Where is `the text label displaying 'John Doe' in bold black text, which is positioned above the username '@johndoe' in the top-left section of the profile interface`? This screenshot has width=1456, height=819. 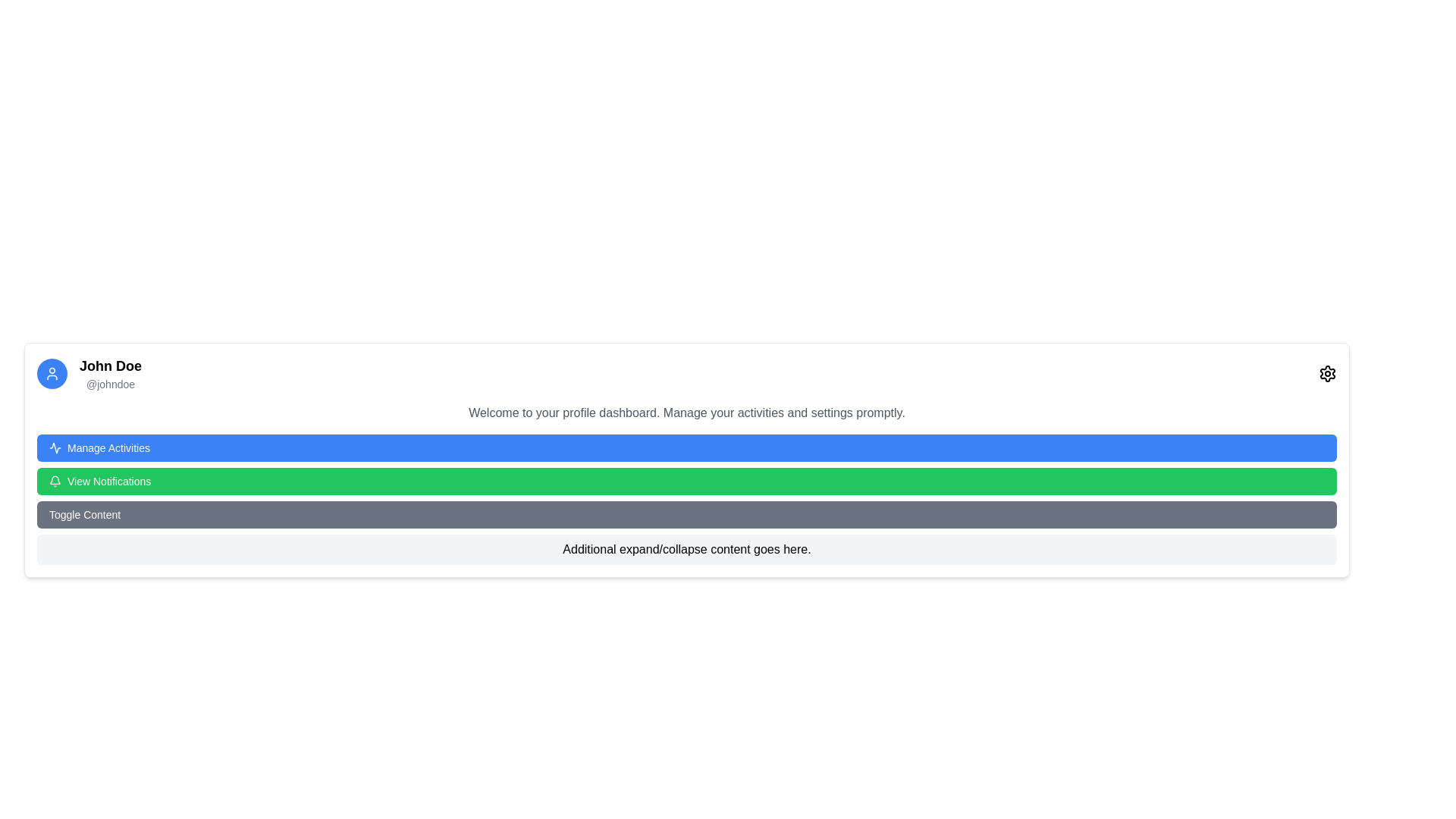
the text label displaying 'John Doe' in bold black text, which is positioned above the username '@johndoe' in the top-left section of the profile interface is located at coordinates (109, 366).